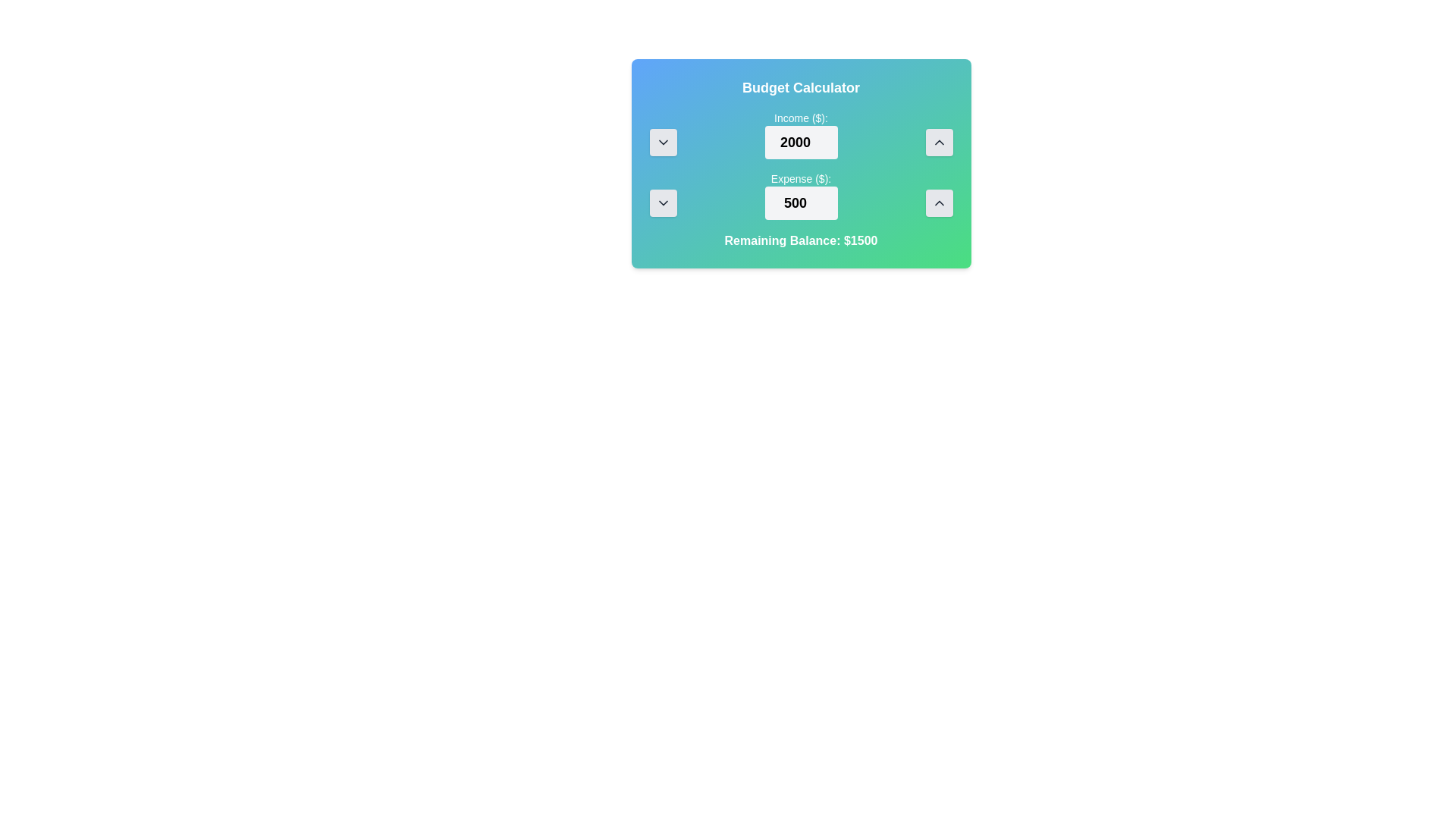  I want to click on the small triangular upward-pointing arrow icon on the Budget Calculator interface to increment a value, so click(938, 143).